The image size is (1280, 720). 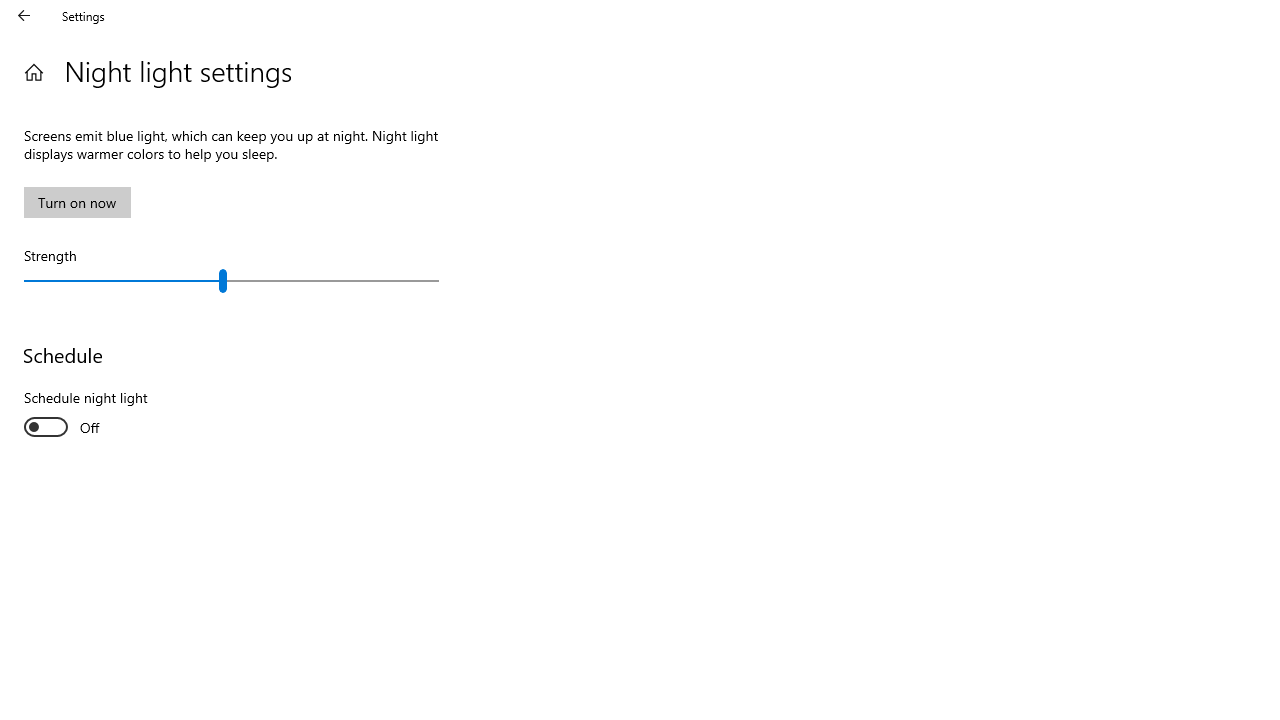 I want to click on 'Back', so click(x=24, y=15).